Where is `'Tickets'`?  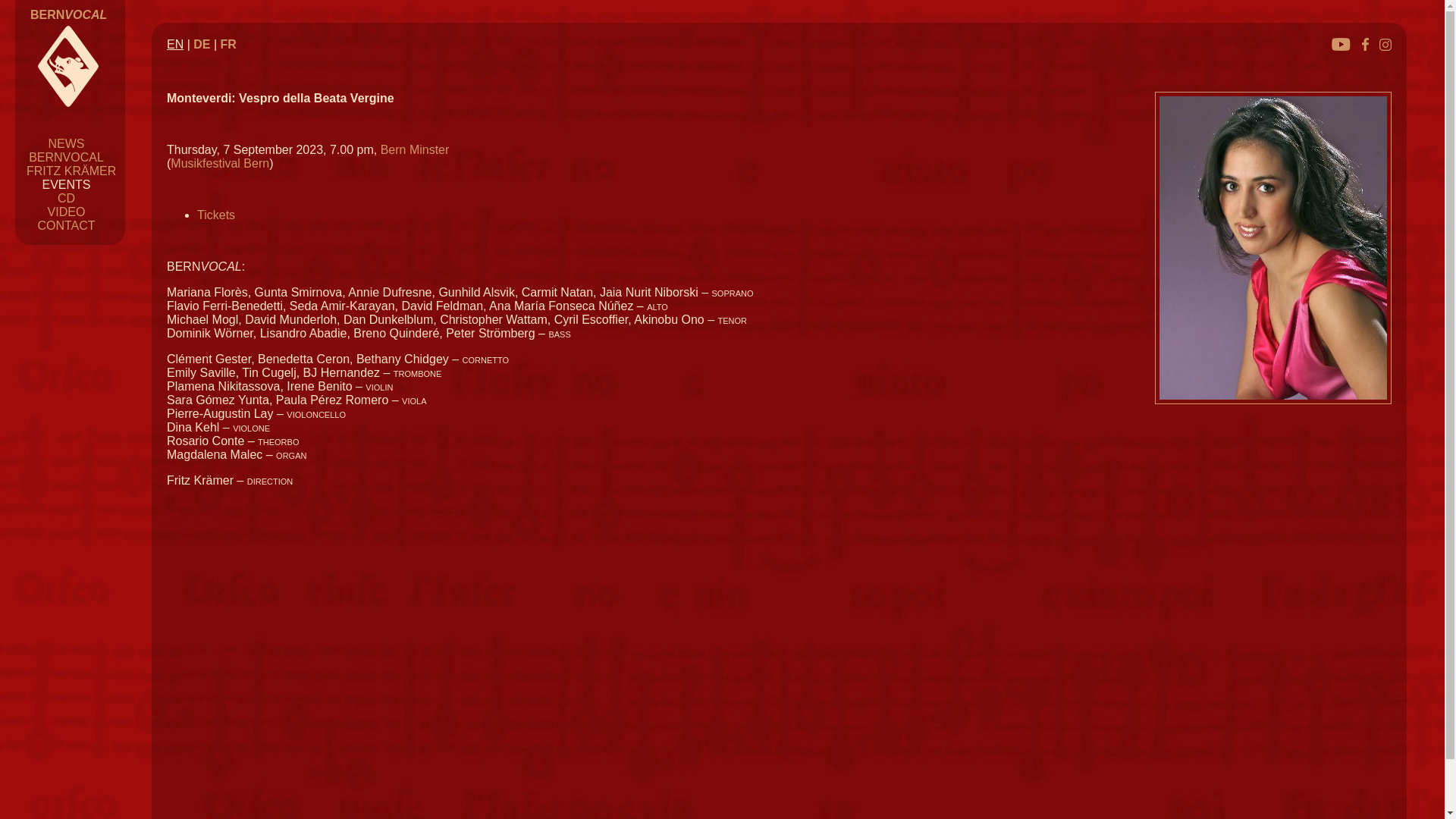 'Tickets' is located at coordinates (215, 215).